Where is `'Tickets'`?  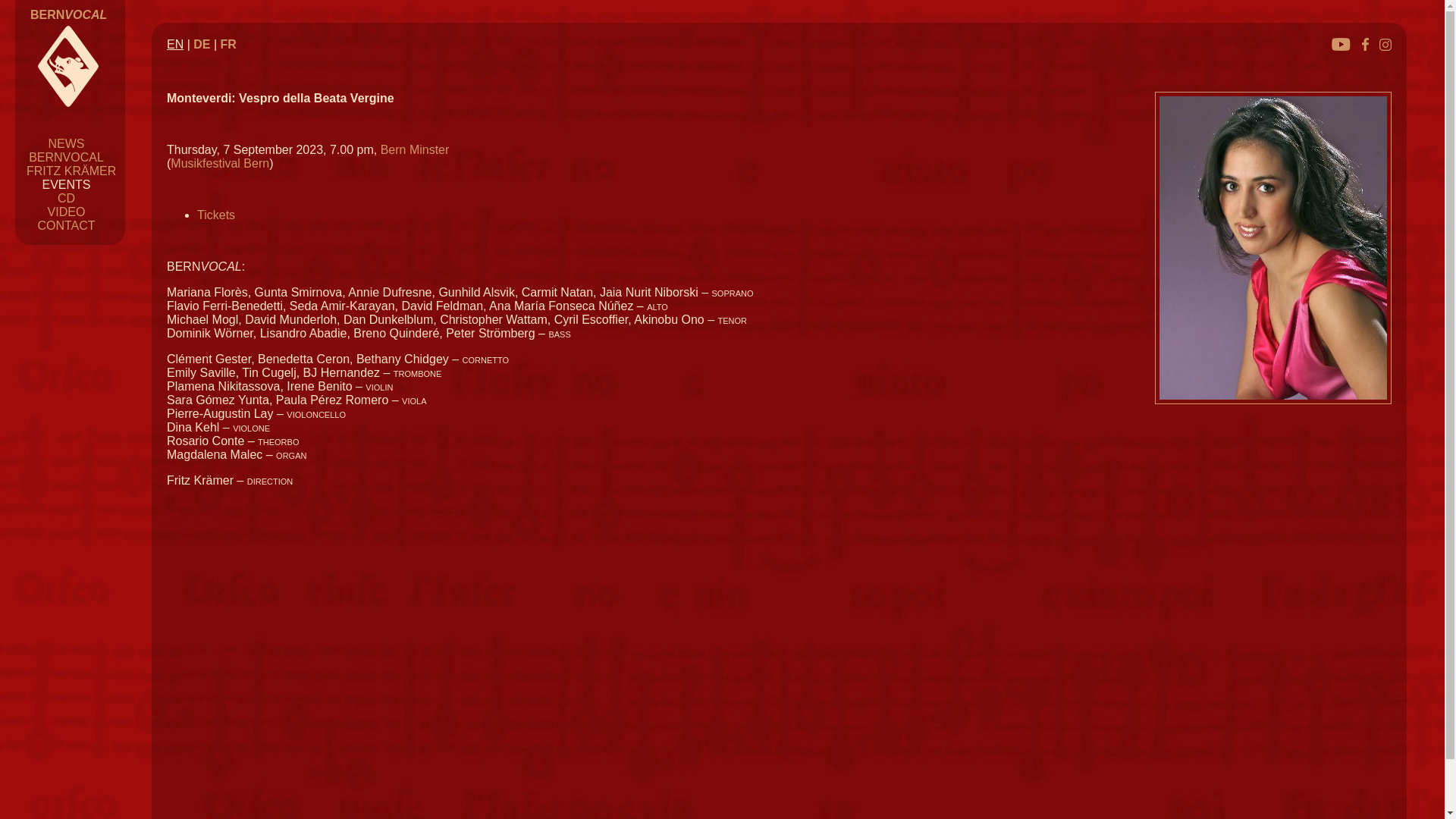 'Tickets' is located at coordinates (215, 215).